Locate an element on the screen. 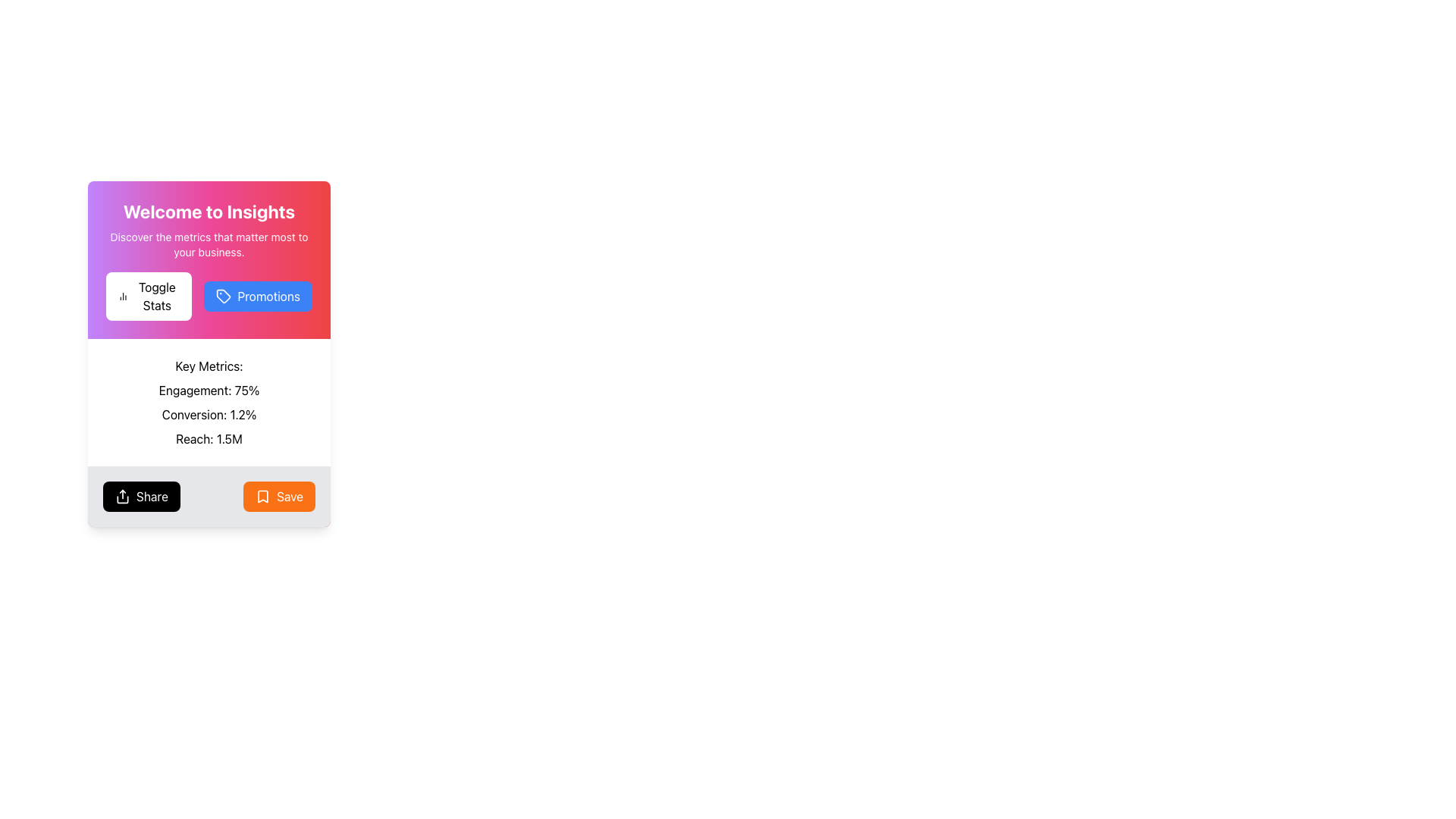 Image resolution: width=1456 pixels, height=819 pixels. the informational Text display component that presents statistical data about 'Engagement', 'Conversion', and 'Reach' located below the 'Key Metrics:' heading is located at coordinates (208, 415).